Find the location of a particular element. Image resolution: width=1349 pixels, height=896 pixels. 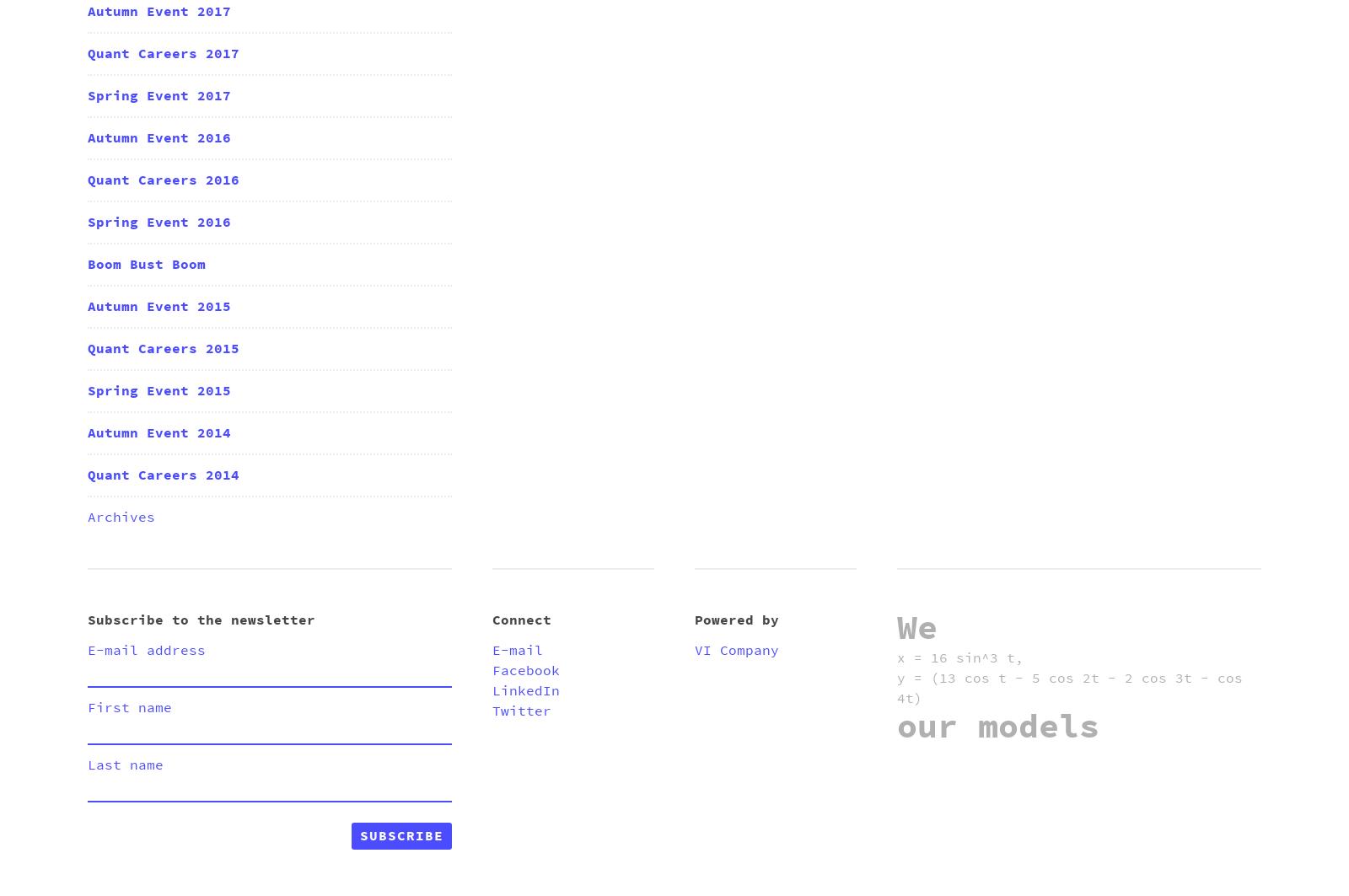

'our models' is located at coordinates (896, 727).